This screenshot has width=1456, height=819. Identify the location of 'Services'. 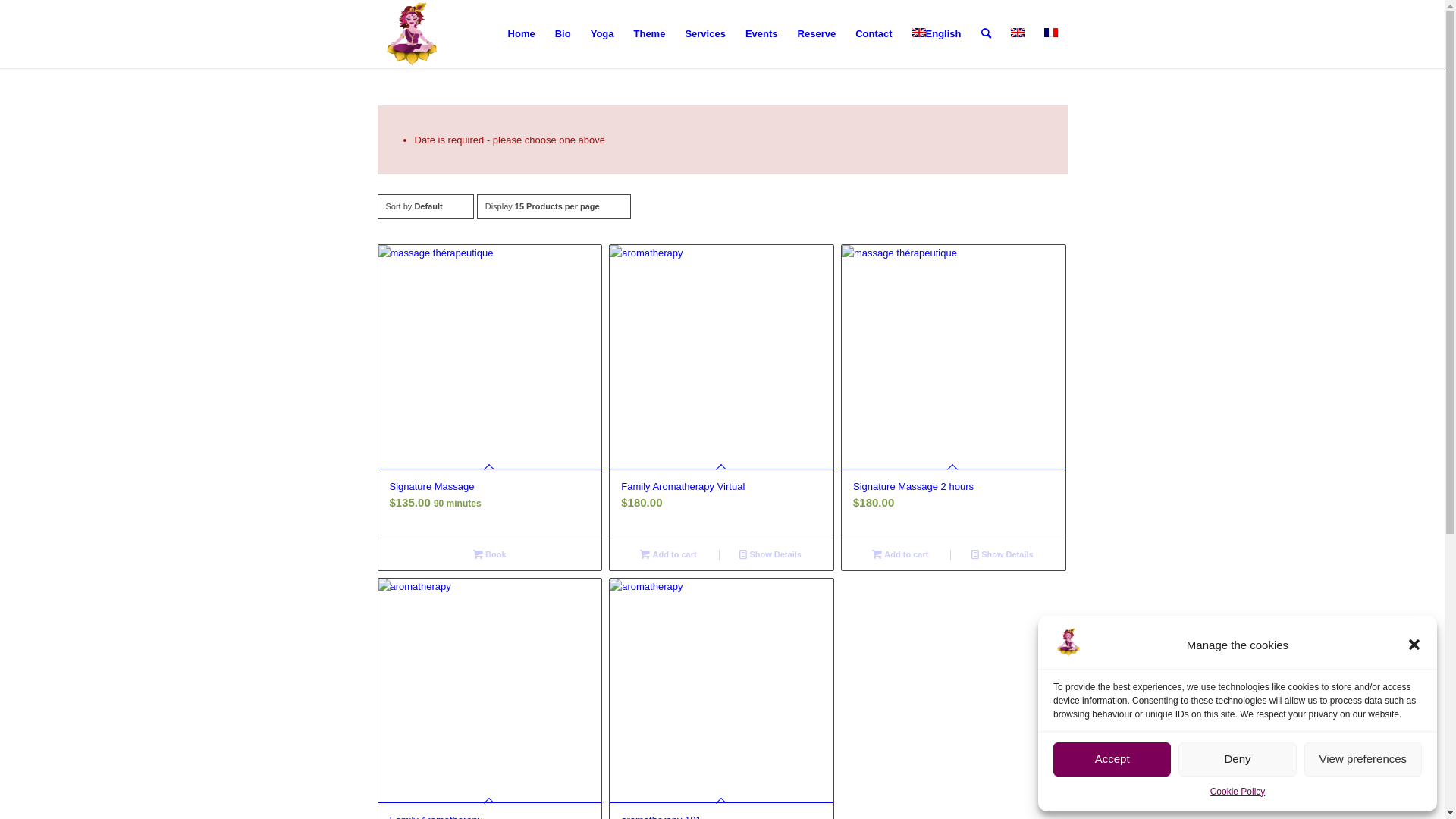
(704, 34).